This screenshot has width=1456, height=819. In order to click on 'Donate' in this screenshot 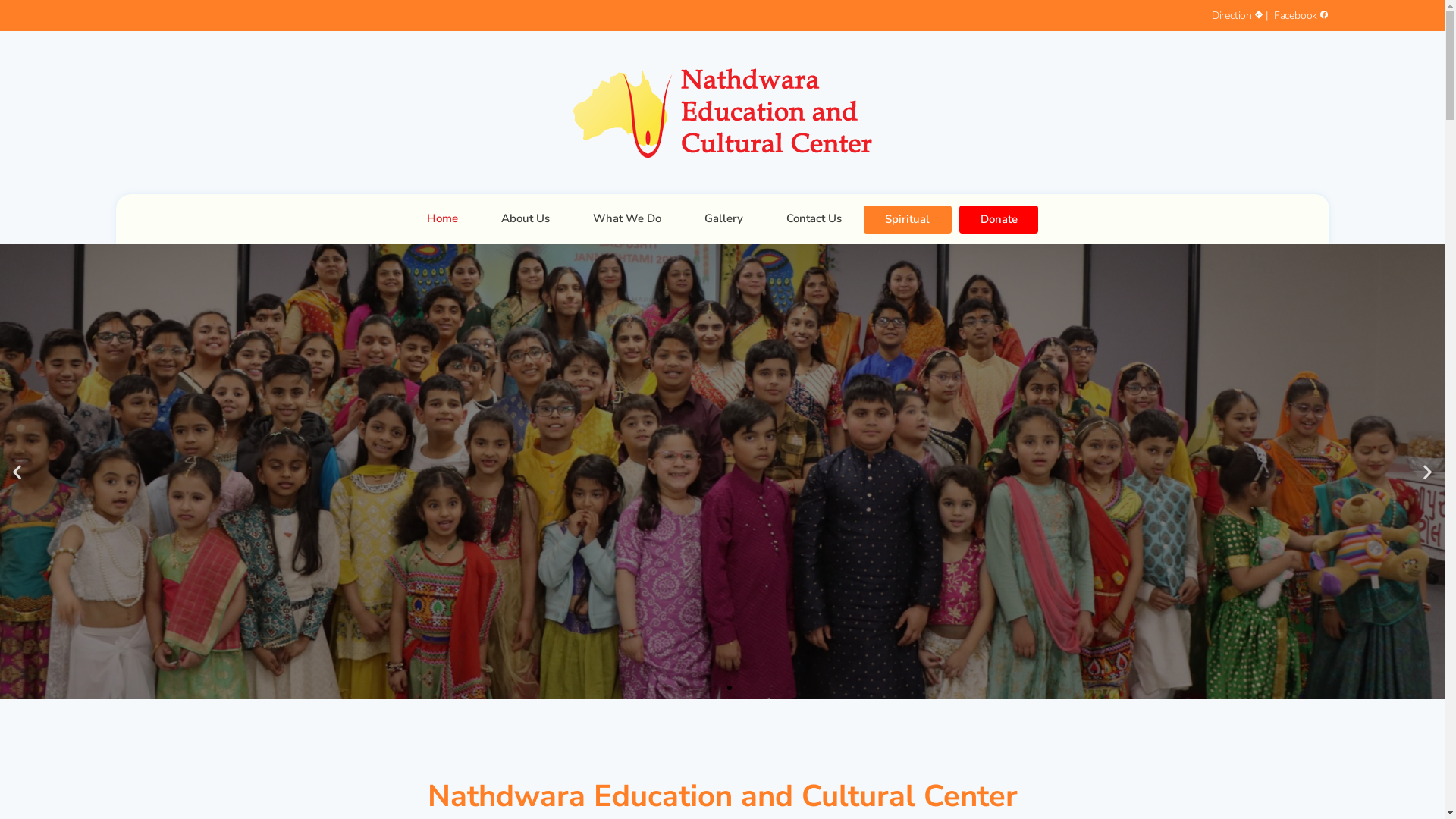, I will do `click(999, 219)`.